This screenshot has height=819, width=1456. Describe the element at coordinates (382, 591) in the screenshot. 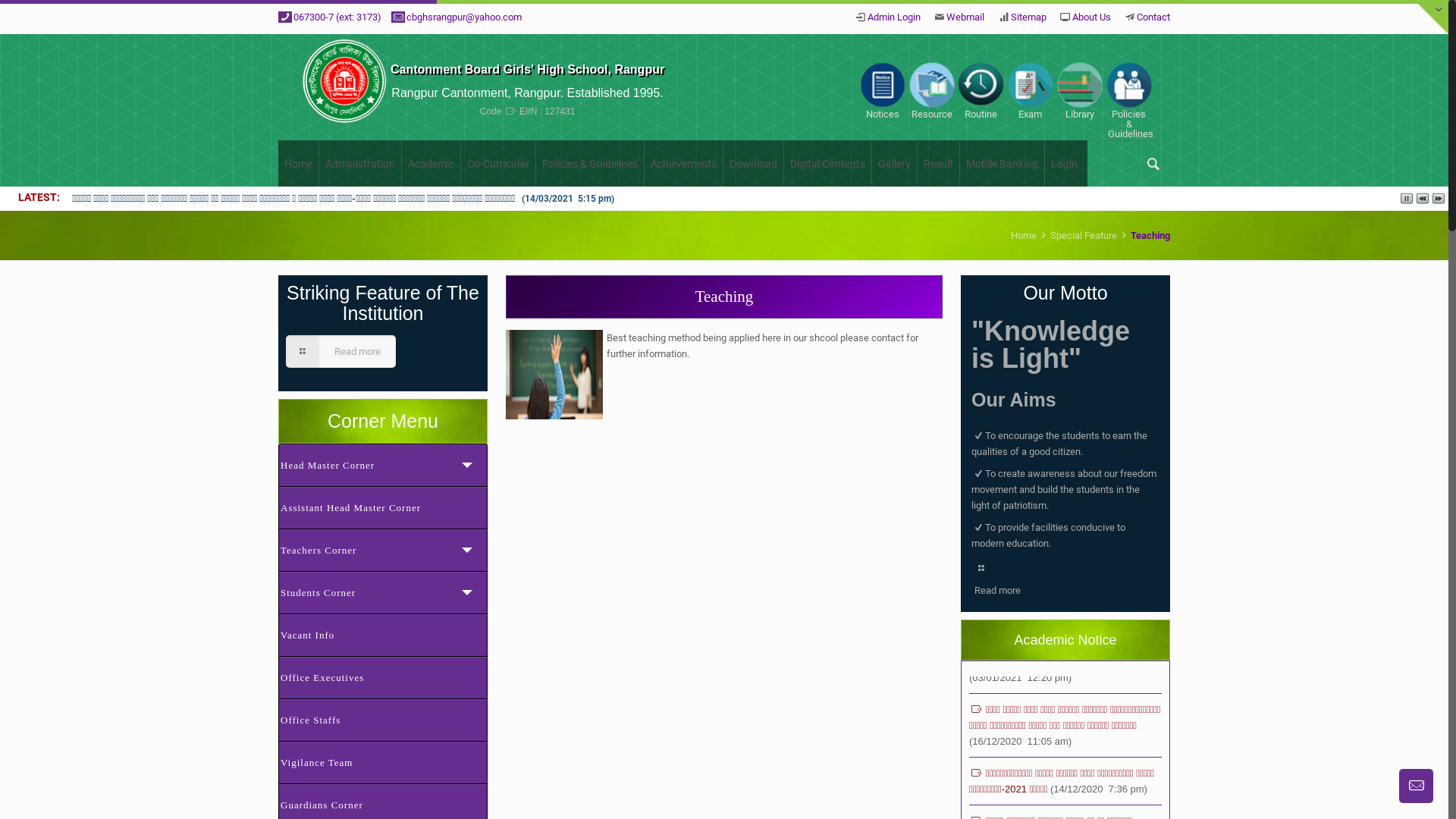

I see `'Students Corner'` at that location.